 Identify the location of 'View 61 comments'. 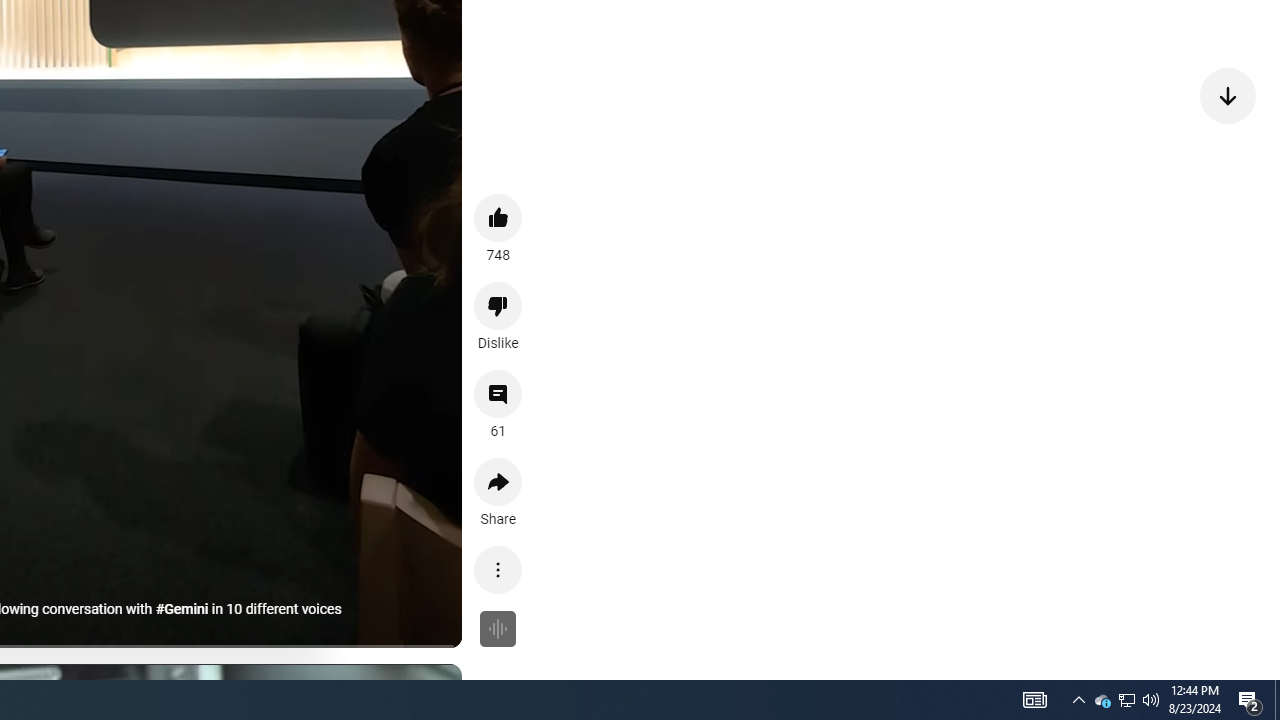
(498, 394).